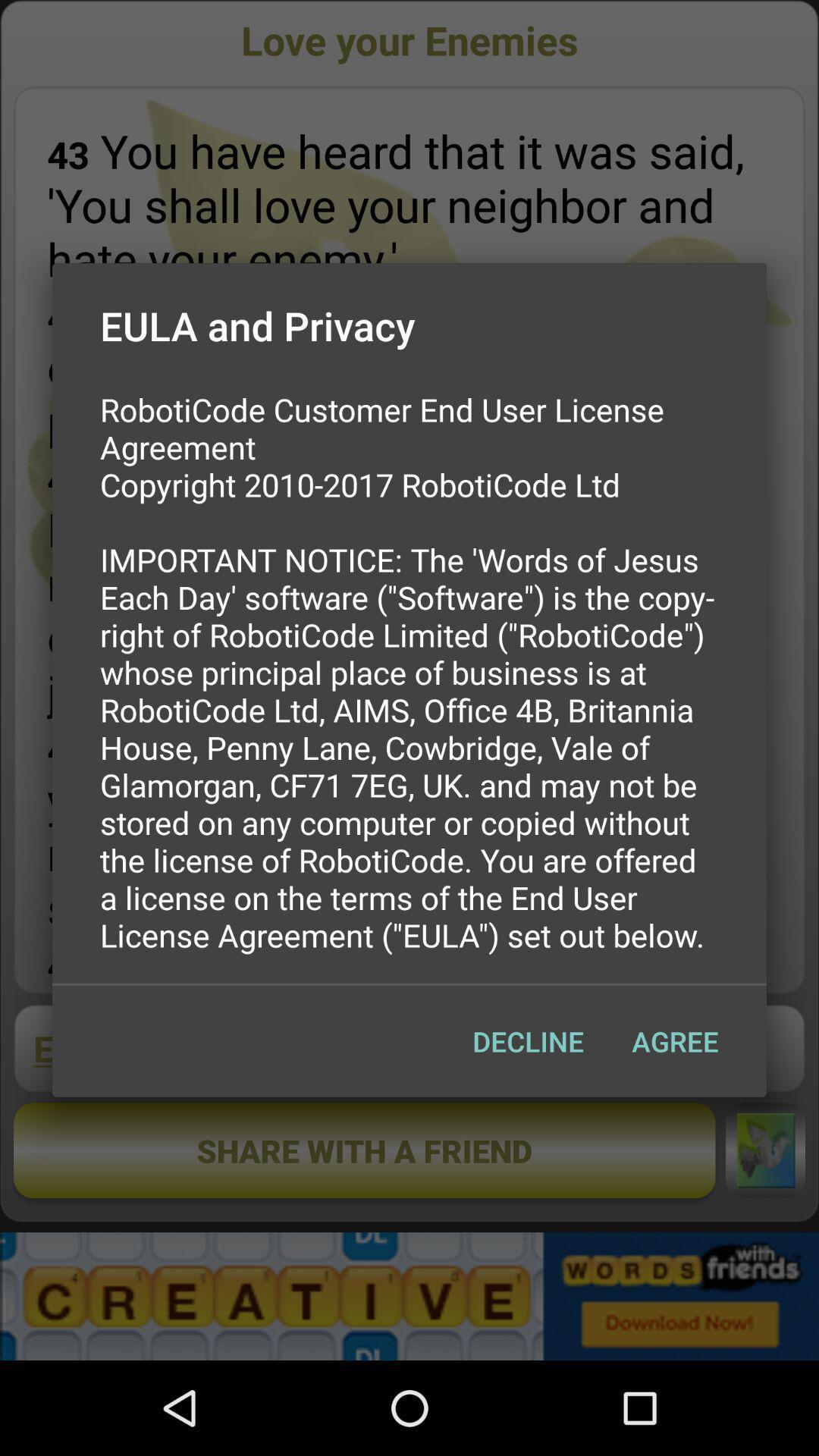  I want to click on icon below roboticode customer end icon, so click(674, 1040).